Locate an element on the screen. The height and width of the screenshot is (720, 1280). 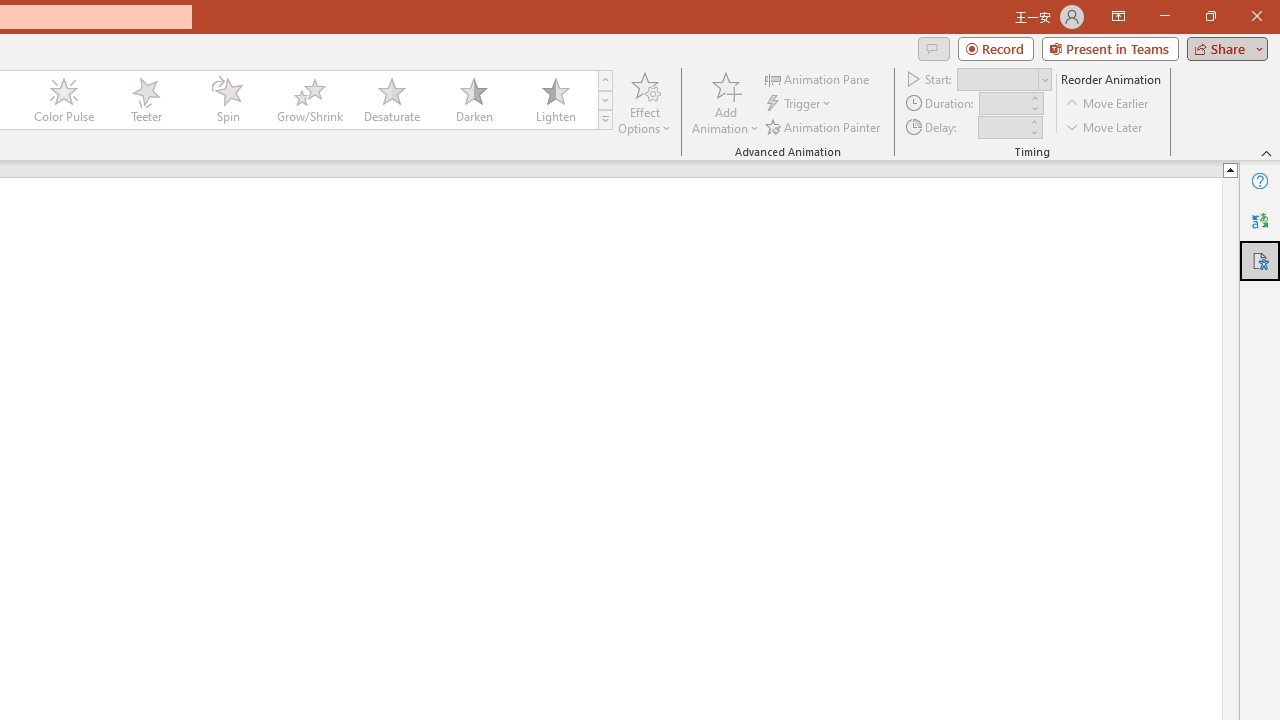
'Animation Duration' is located at coordinates (1003, 103).